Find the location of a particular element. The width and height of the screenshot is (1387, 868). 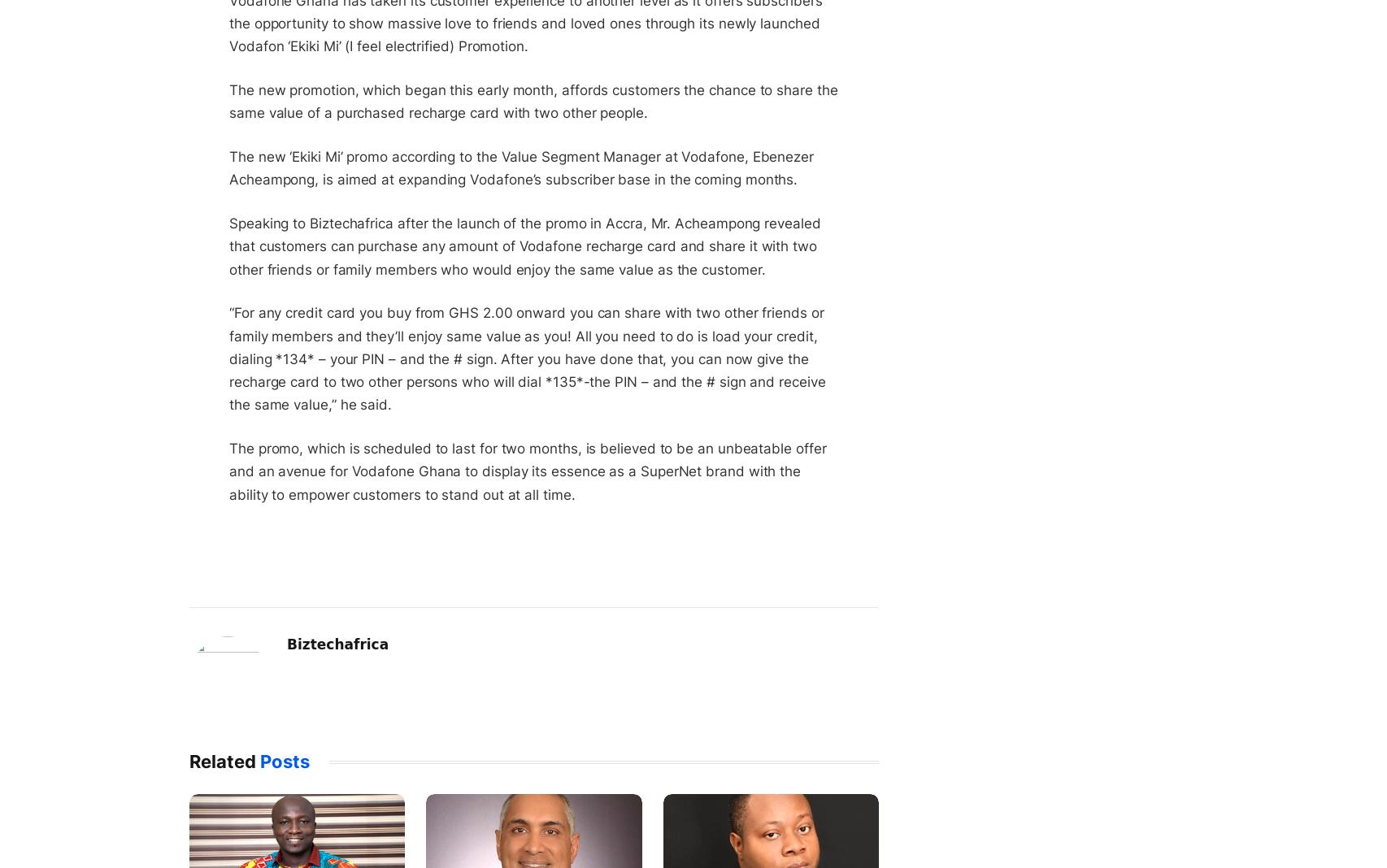

'BitAlpha AI' is located at coordinates (880, 290).